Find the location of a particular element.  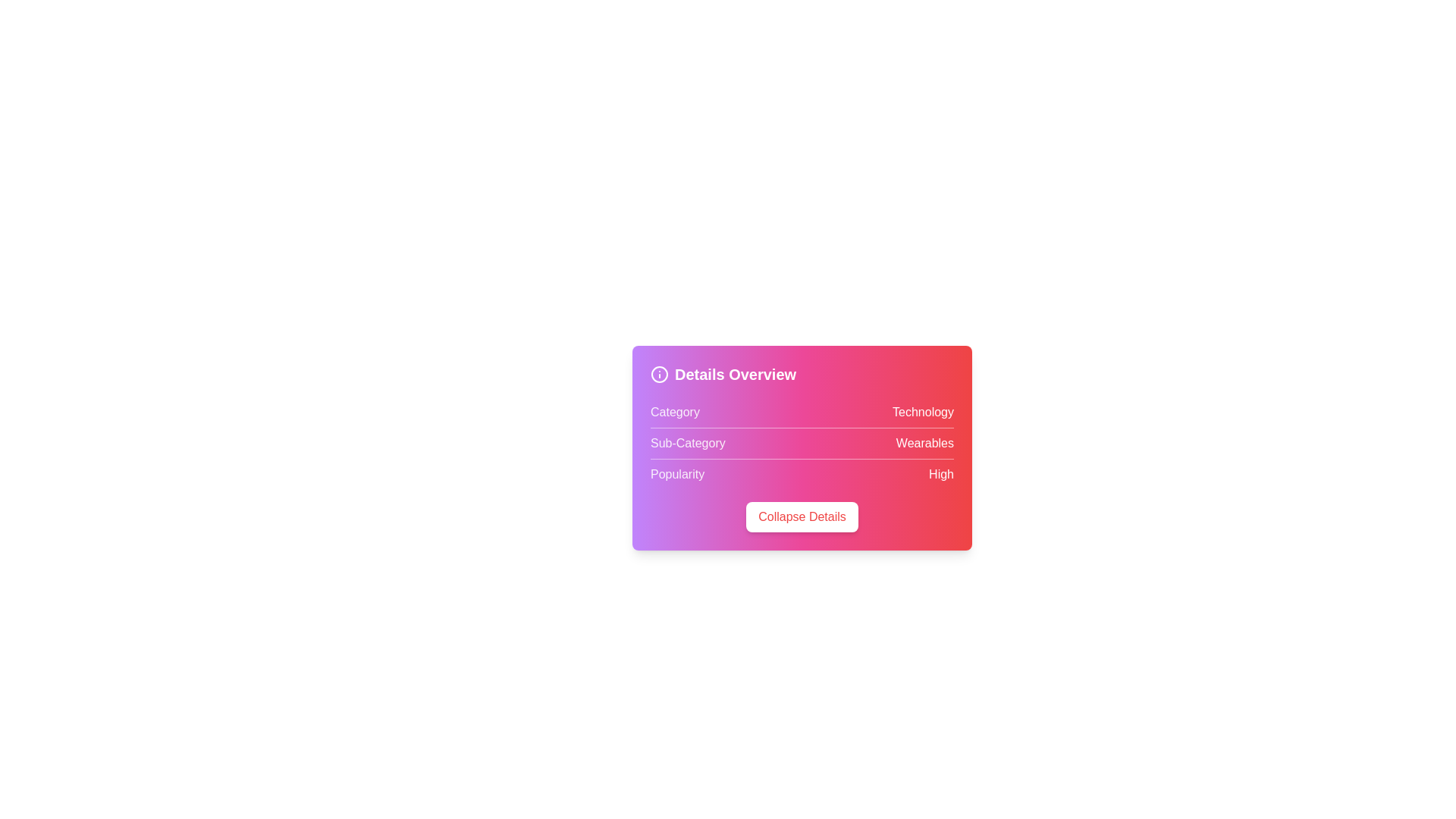

the static text label that corresponds to the category value displayed on the same row as the text 'Technology' is located at coordinates (674, 412).